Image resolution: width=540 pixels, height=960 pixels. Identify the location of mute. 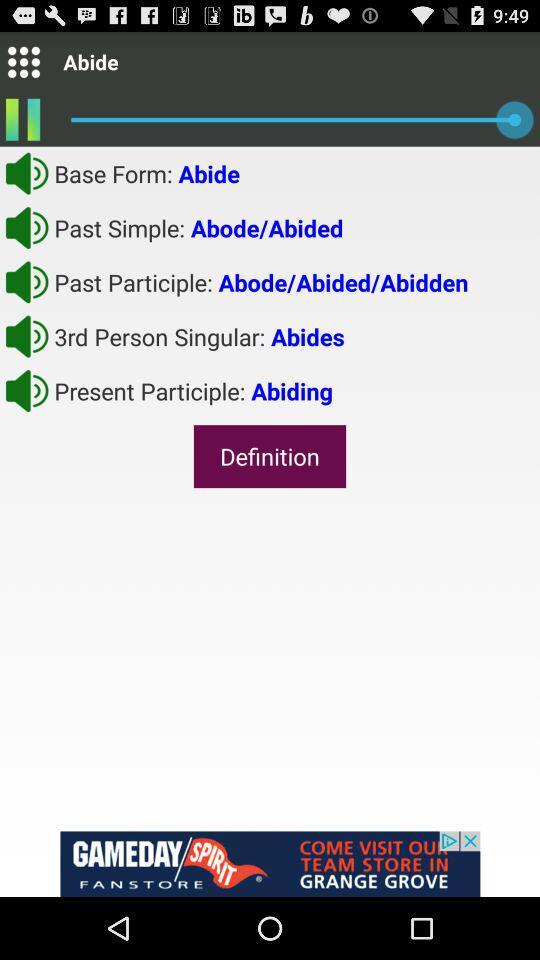
(26, 389).